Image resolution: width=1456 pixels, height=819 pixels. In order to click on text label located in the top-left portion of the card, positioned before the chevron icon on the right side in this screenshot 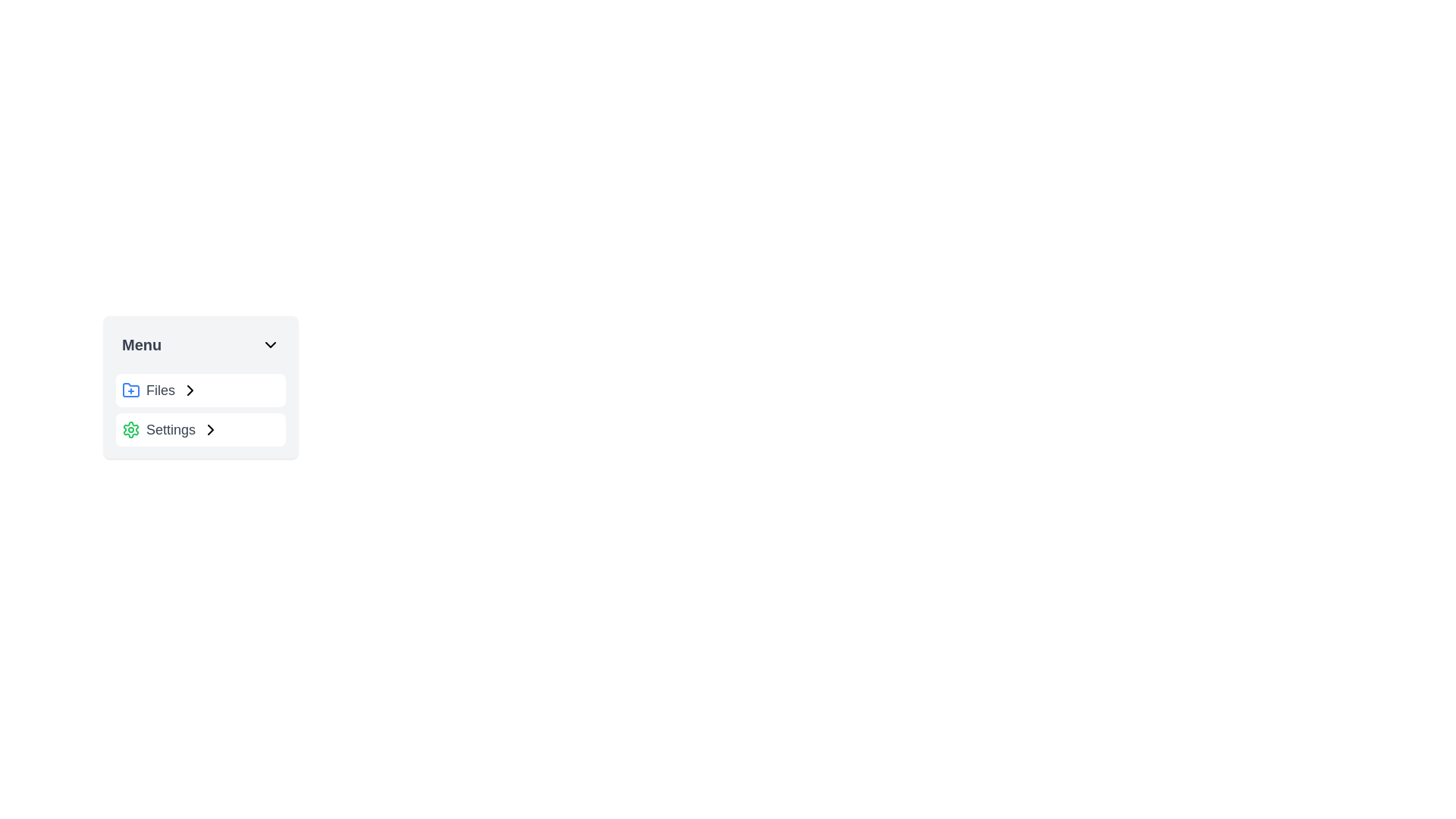, I will do `click(142, 345)`.